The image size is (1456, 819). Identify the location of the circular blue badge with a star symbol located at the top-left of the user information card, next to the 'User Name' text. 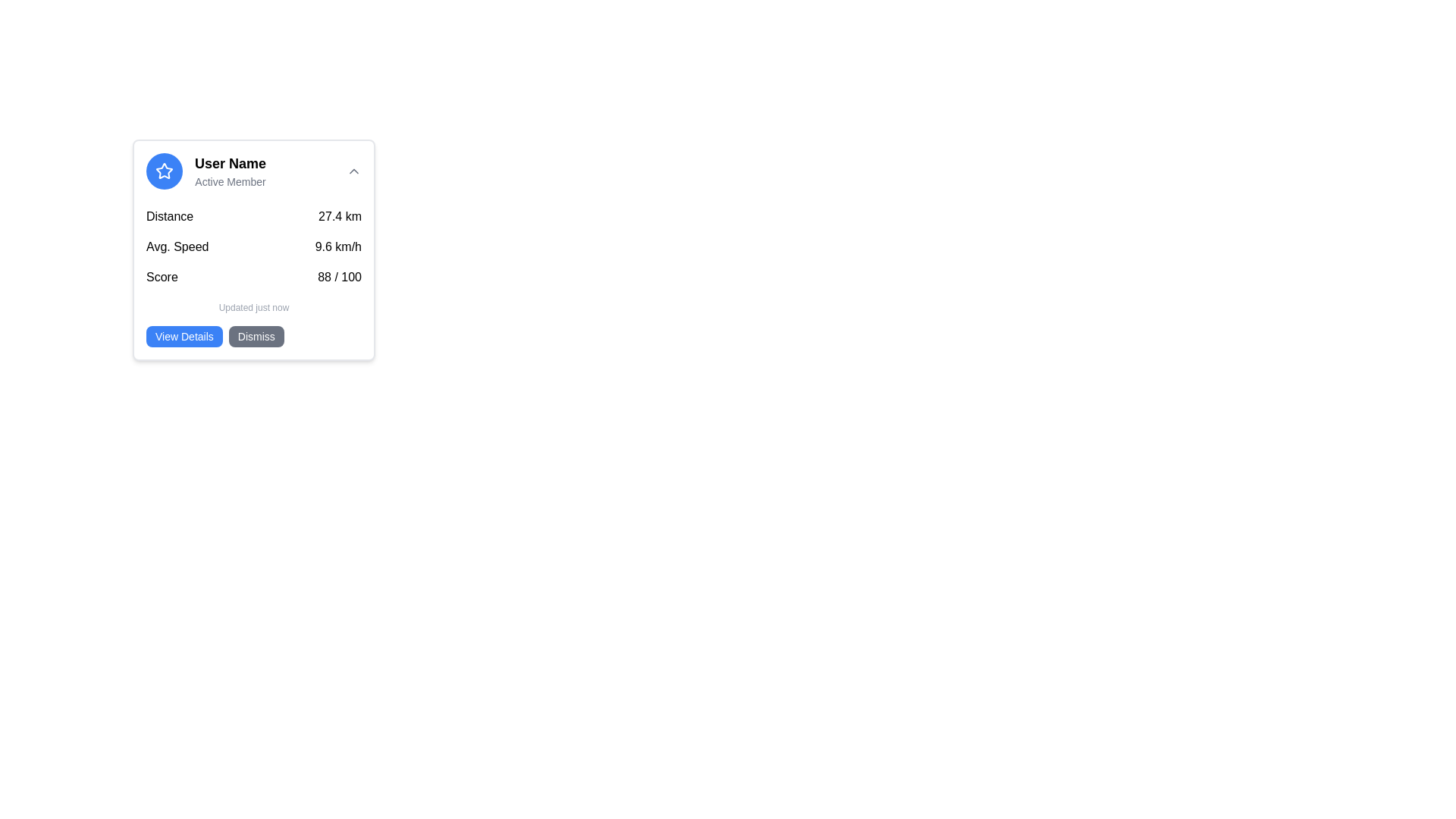
(164, 171).